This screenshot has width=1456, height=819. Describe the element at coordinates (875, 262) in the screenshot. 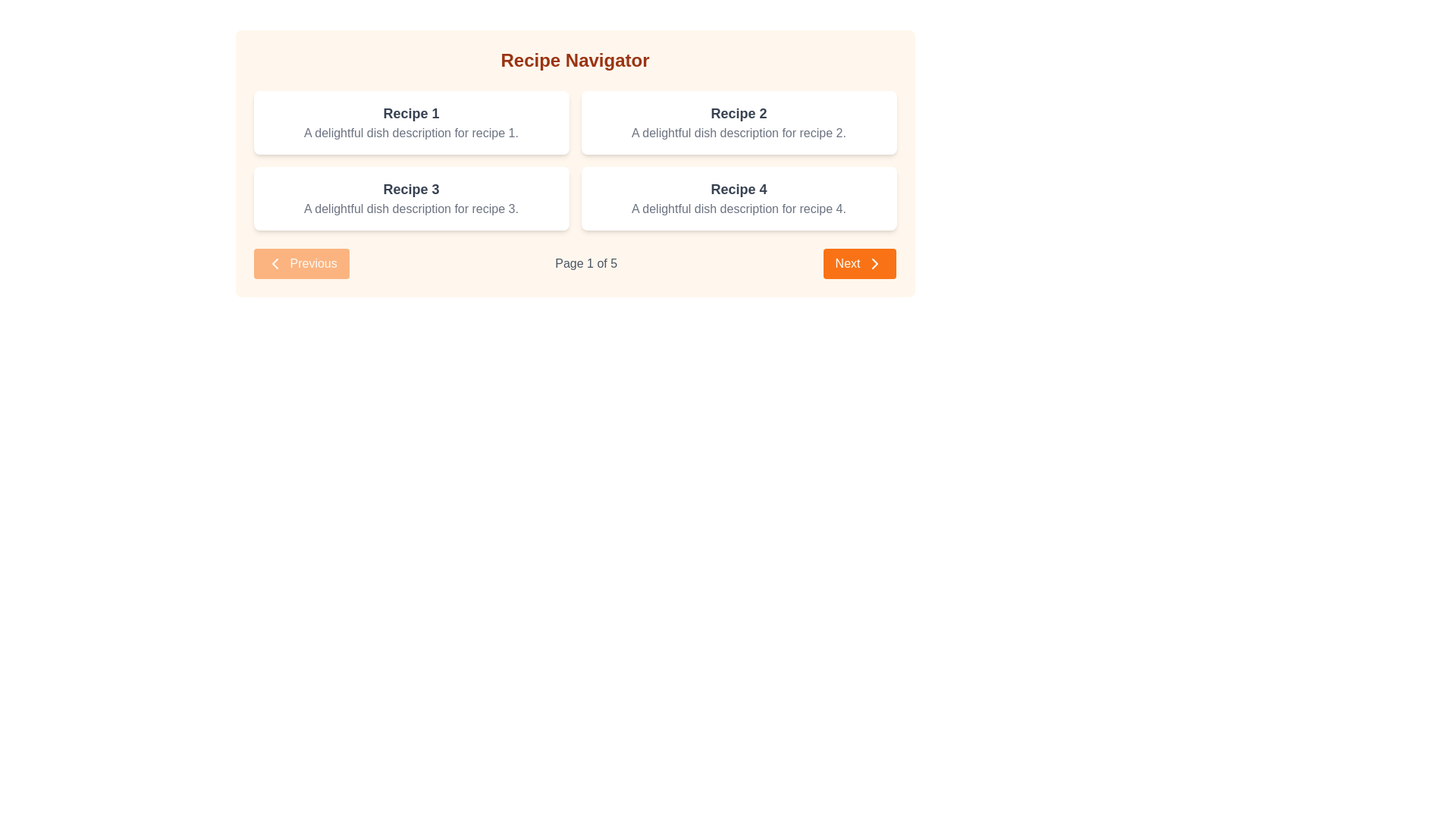

I see `the forward icon located inside the 'Next' button at the bottom-right corner of the navigation section` at that location.